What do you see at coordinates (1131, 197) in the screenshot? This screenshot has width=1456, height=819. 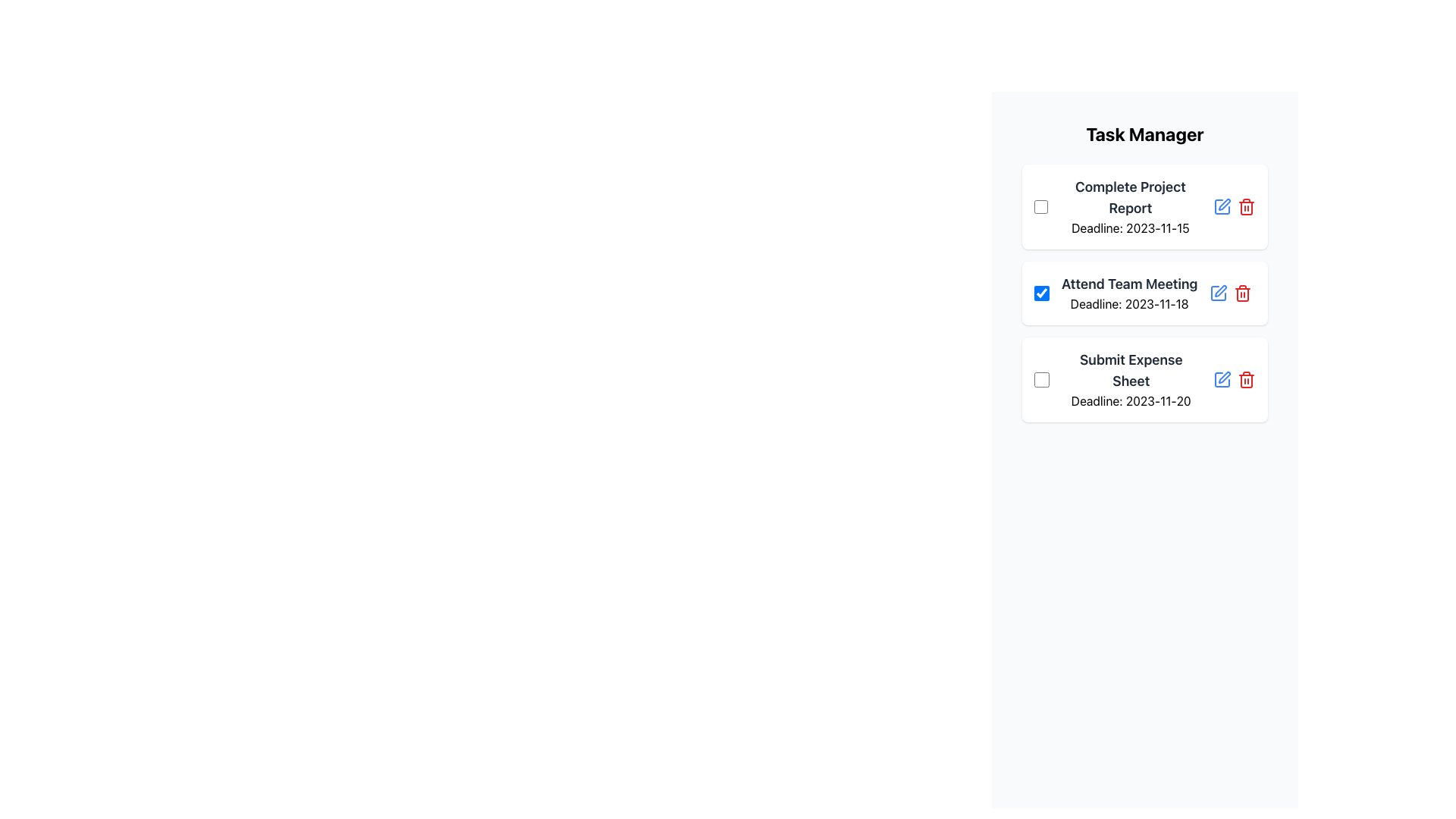 I see `the bold, large-sized text label reading 'Complete Project Report' located at the top section of the 'Task Manager' panel, which indicates its importance as the first item in the task list` at bounding box center [1131, 197].